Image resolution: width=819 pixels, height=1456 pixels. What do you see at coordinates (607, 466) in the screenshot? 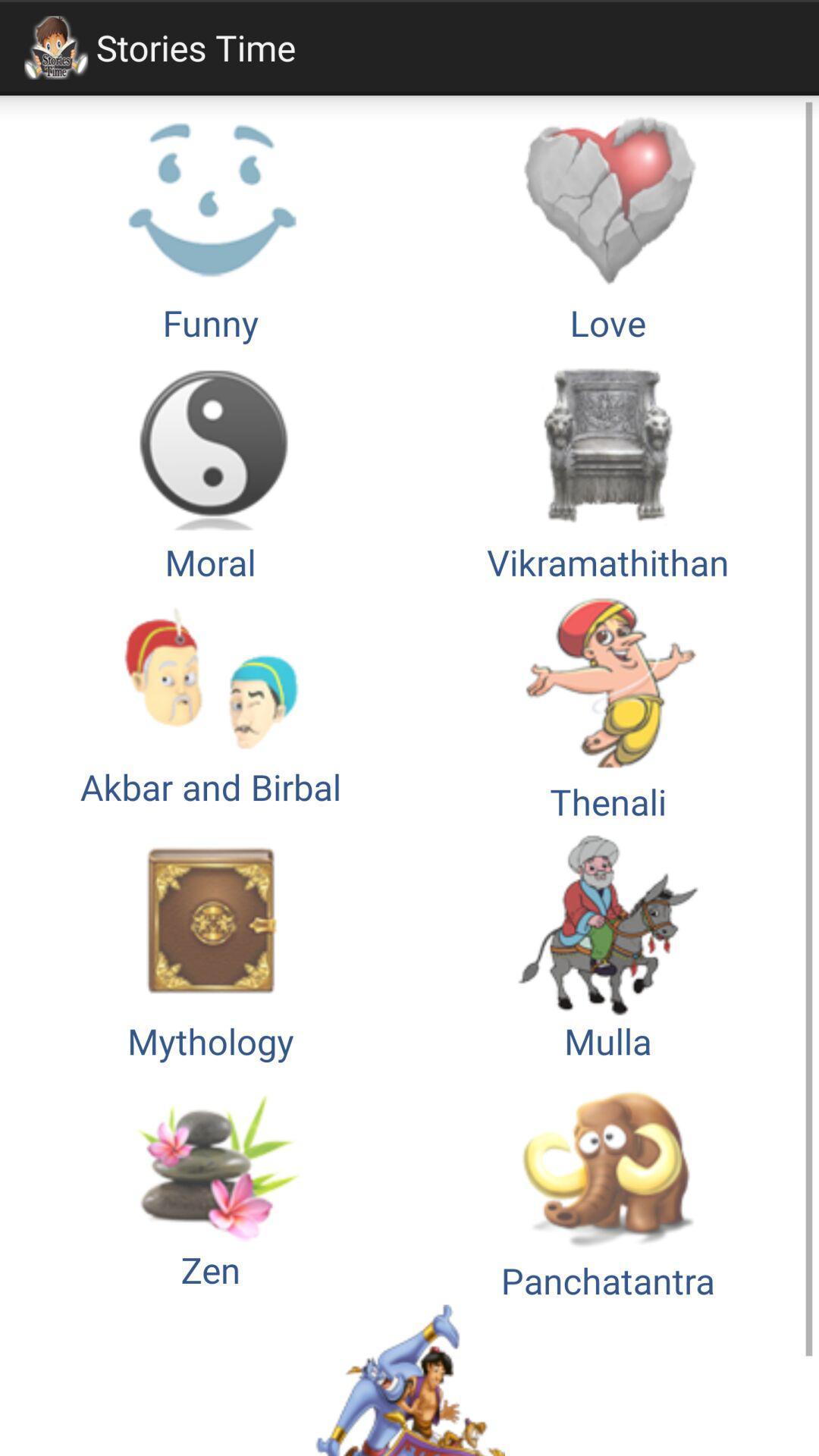
I see `the item below the funny icon` at bounding box center [607, 466].